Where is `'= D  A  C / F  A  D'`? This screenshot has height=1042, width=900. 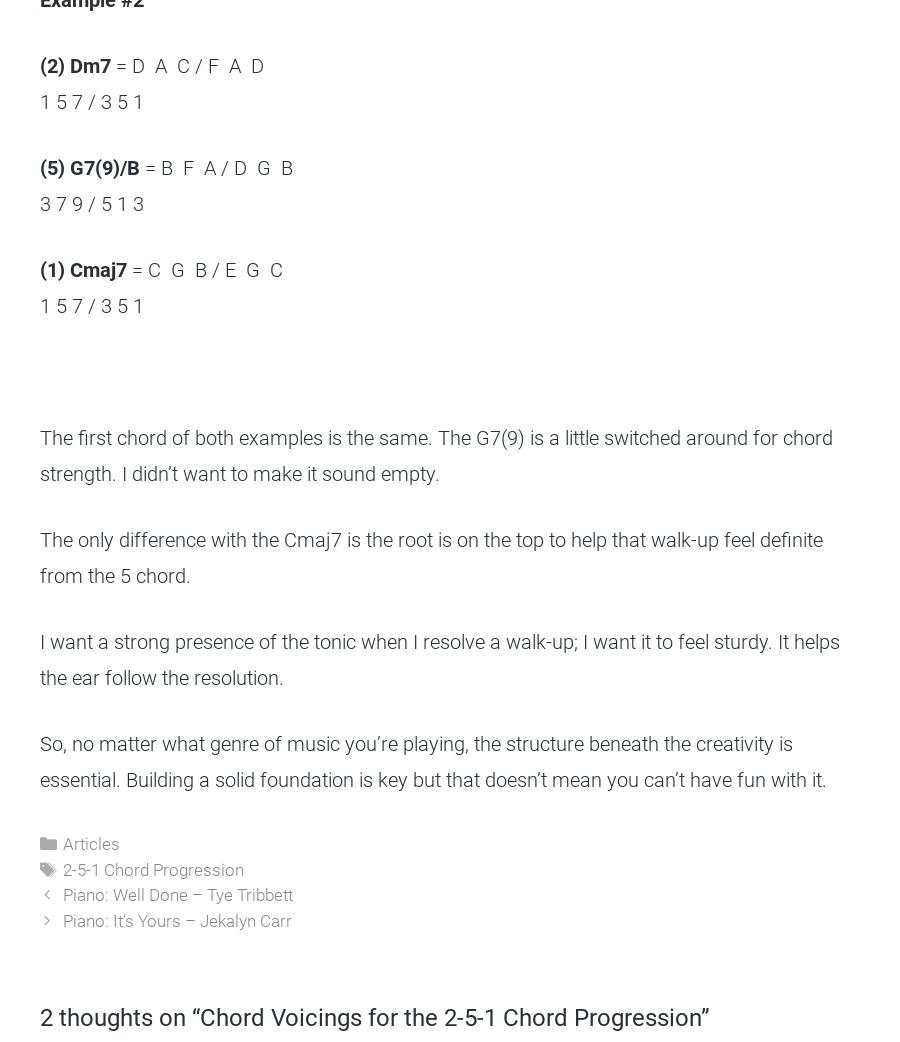
'= D  A  C / F  A  D' is located at coordinates (187, 64).